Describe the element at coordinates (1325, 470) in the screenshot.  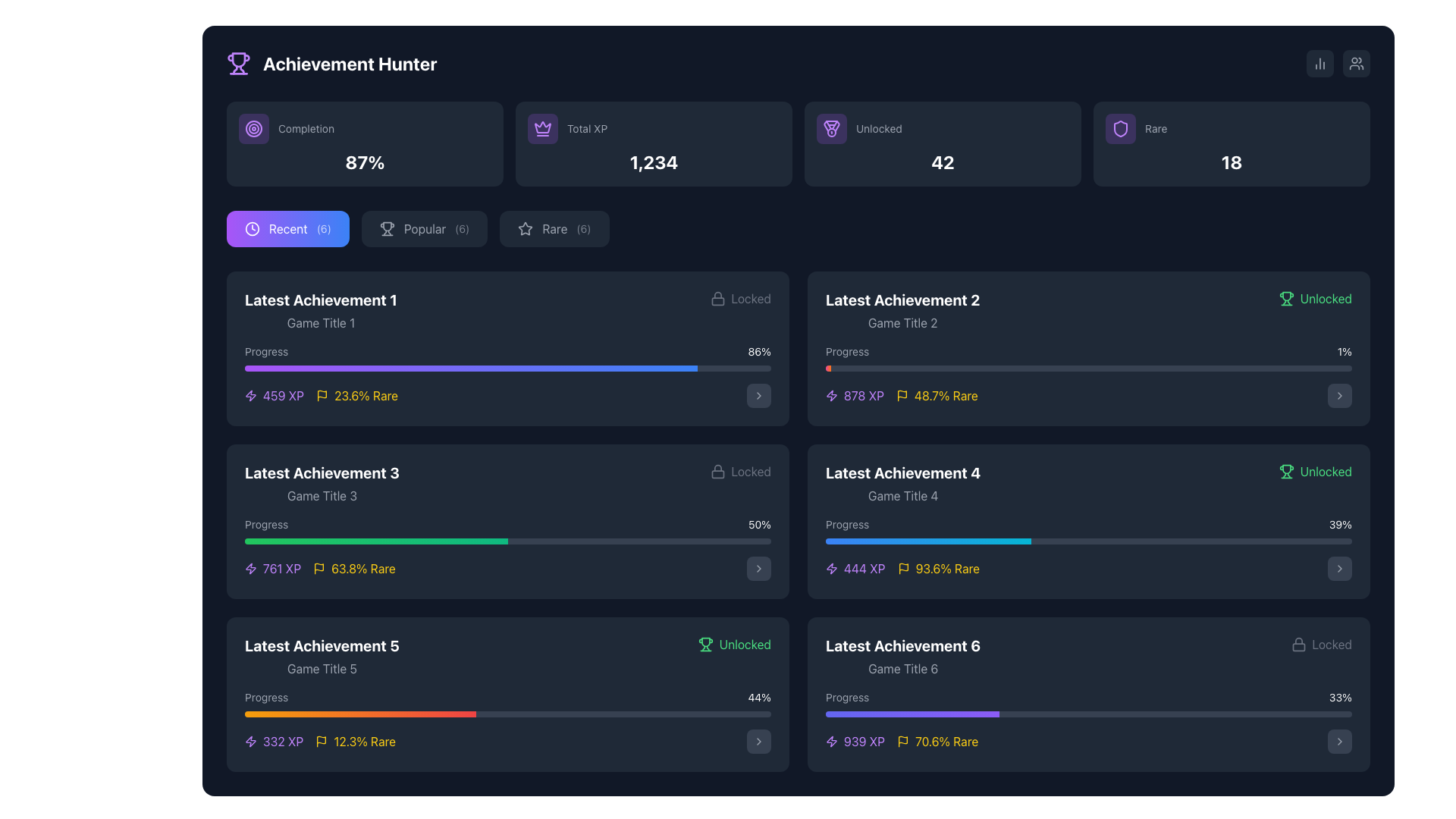
I see `the static text label 'Unlocked', which indicates the status of the achievement in the lower right card associated with 'Latest Achievement 4'` at that location.